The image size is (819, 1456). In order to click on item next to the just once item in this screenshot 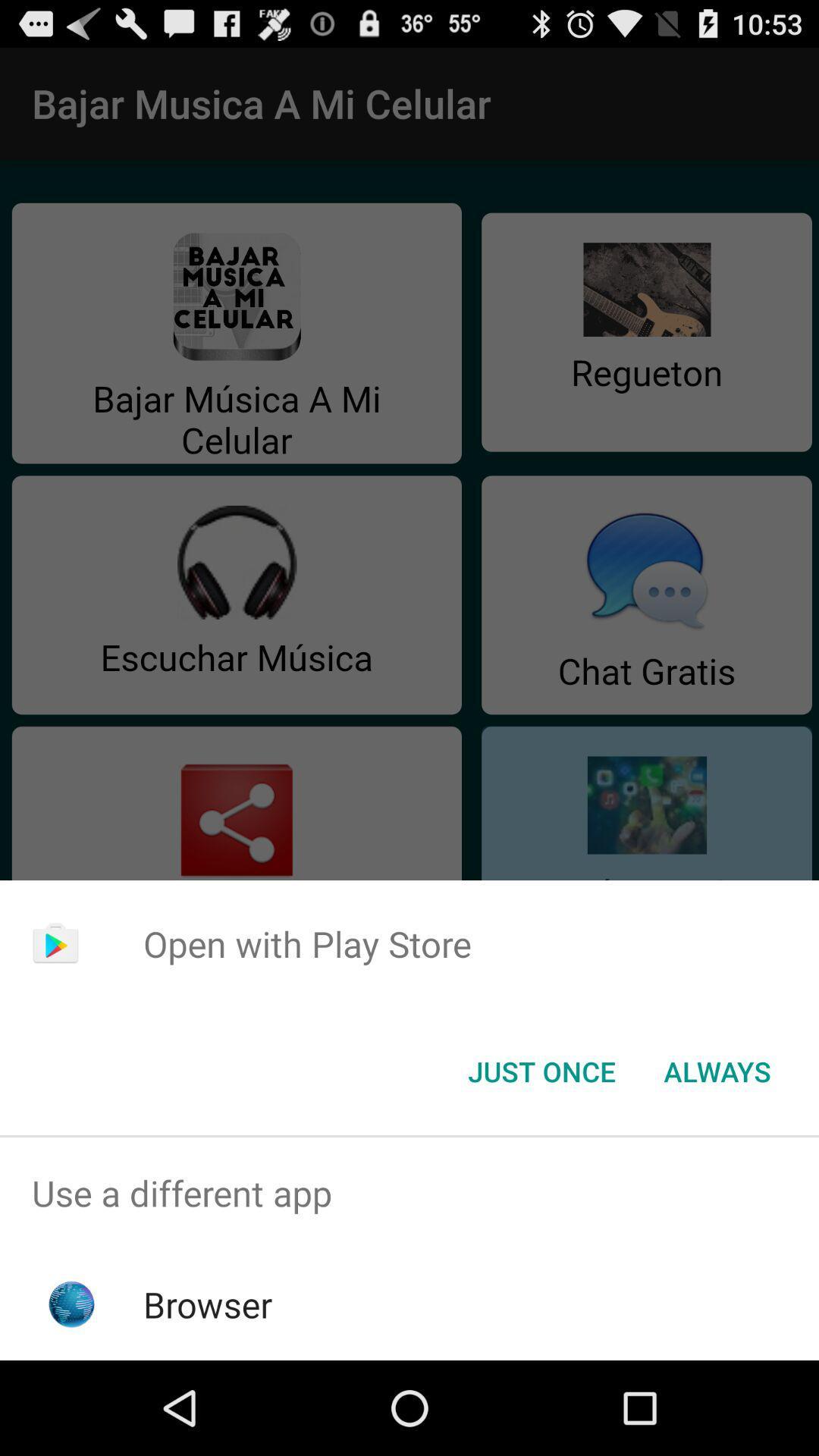, I will do `click(717, 1070)`.